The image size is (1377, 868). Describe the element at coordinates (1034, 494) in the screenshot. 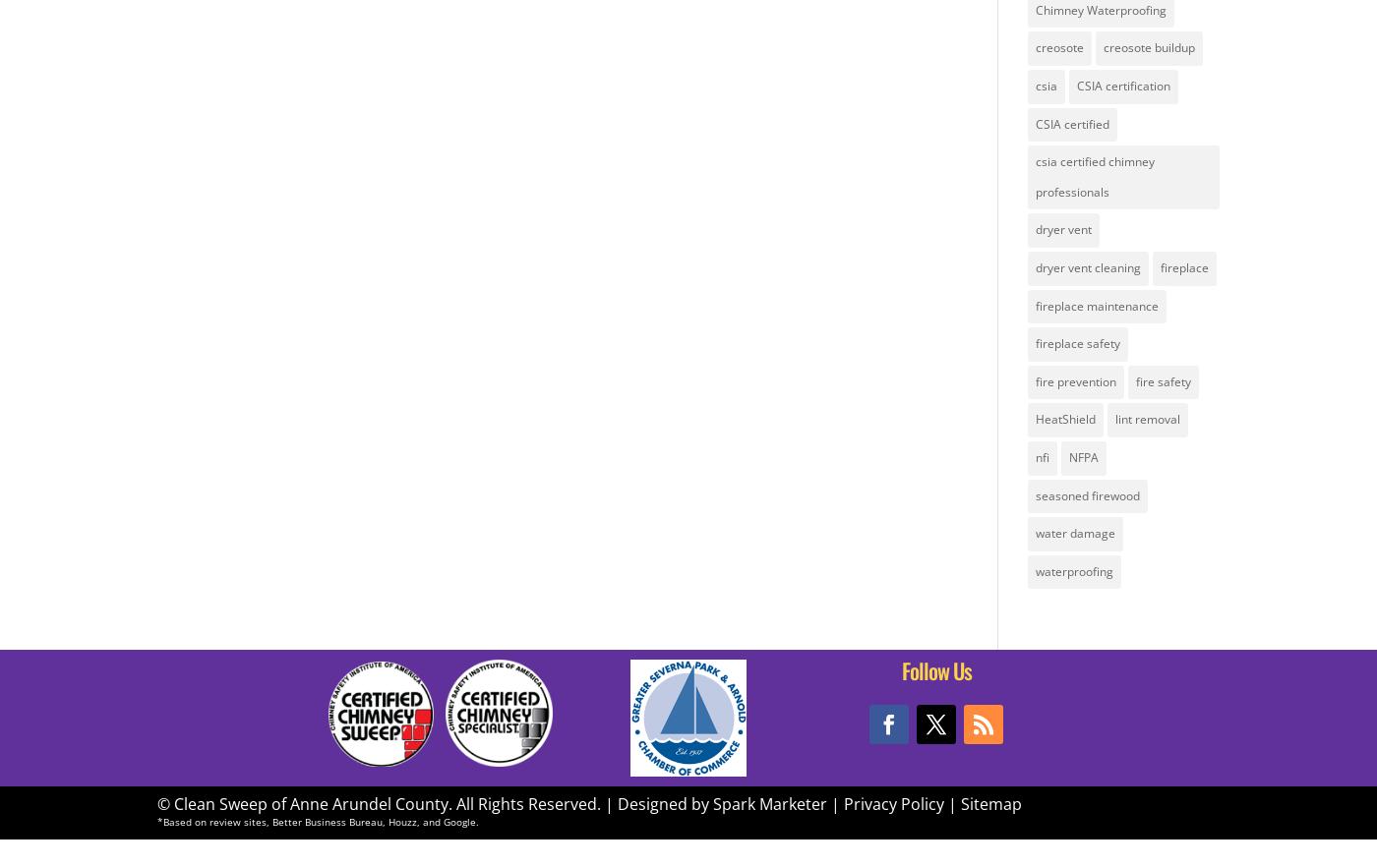

I see `'seasoned firewood'` at that location.